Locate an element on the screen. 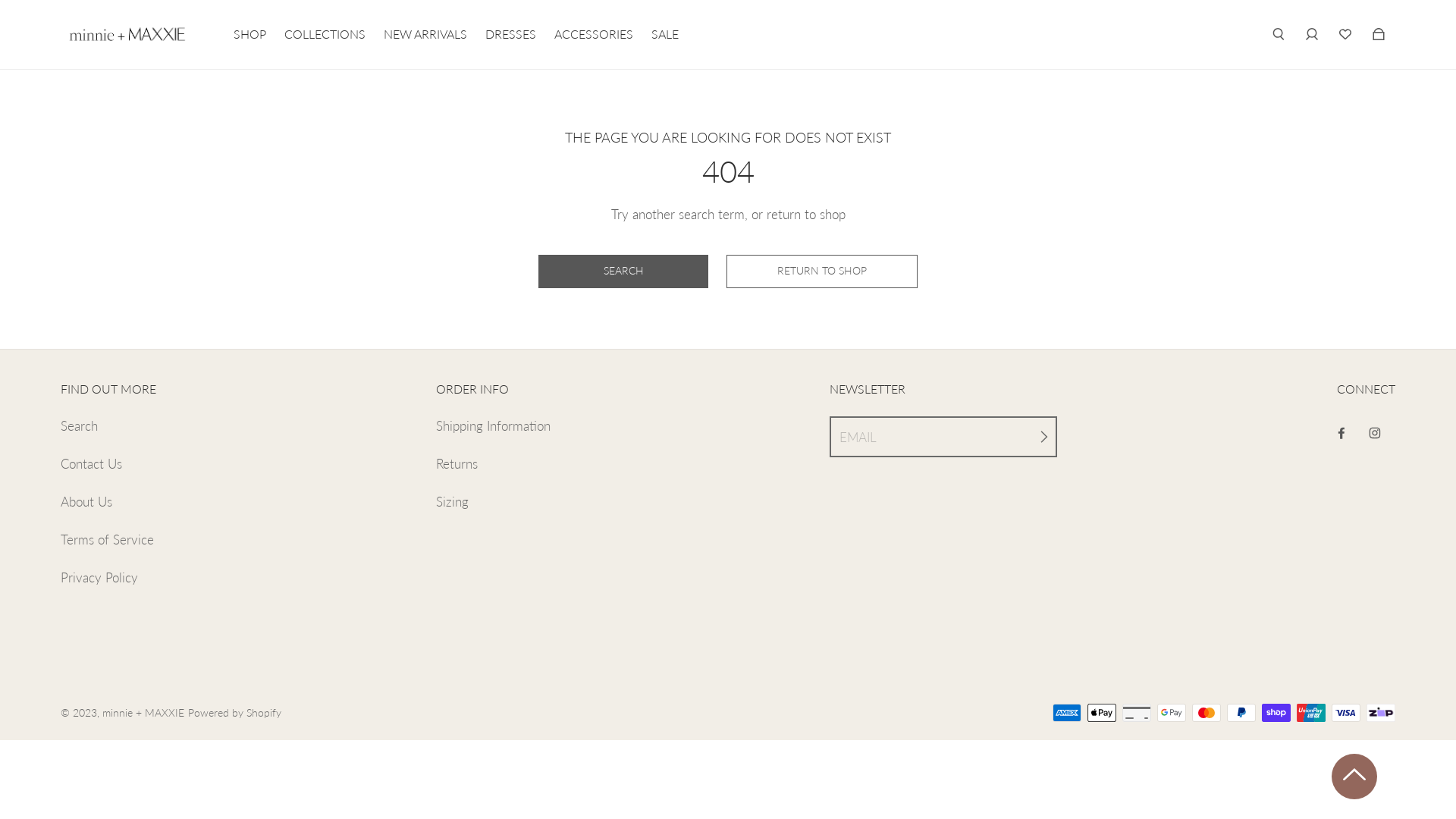 The height and width of the screenshot is (819, 1456). 'SHOP' is located at coordinates (249, 34).